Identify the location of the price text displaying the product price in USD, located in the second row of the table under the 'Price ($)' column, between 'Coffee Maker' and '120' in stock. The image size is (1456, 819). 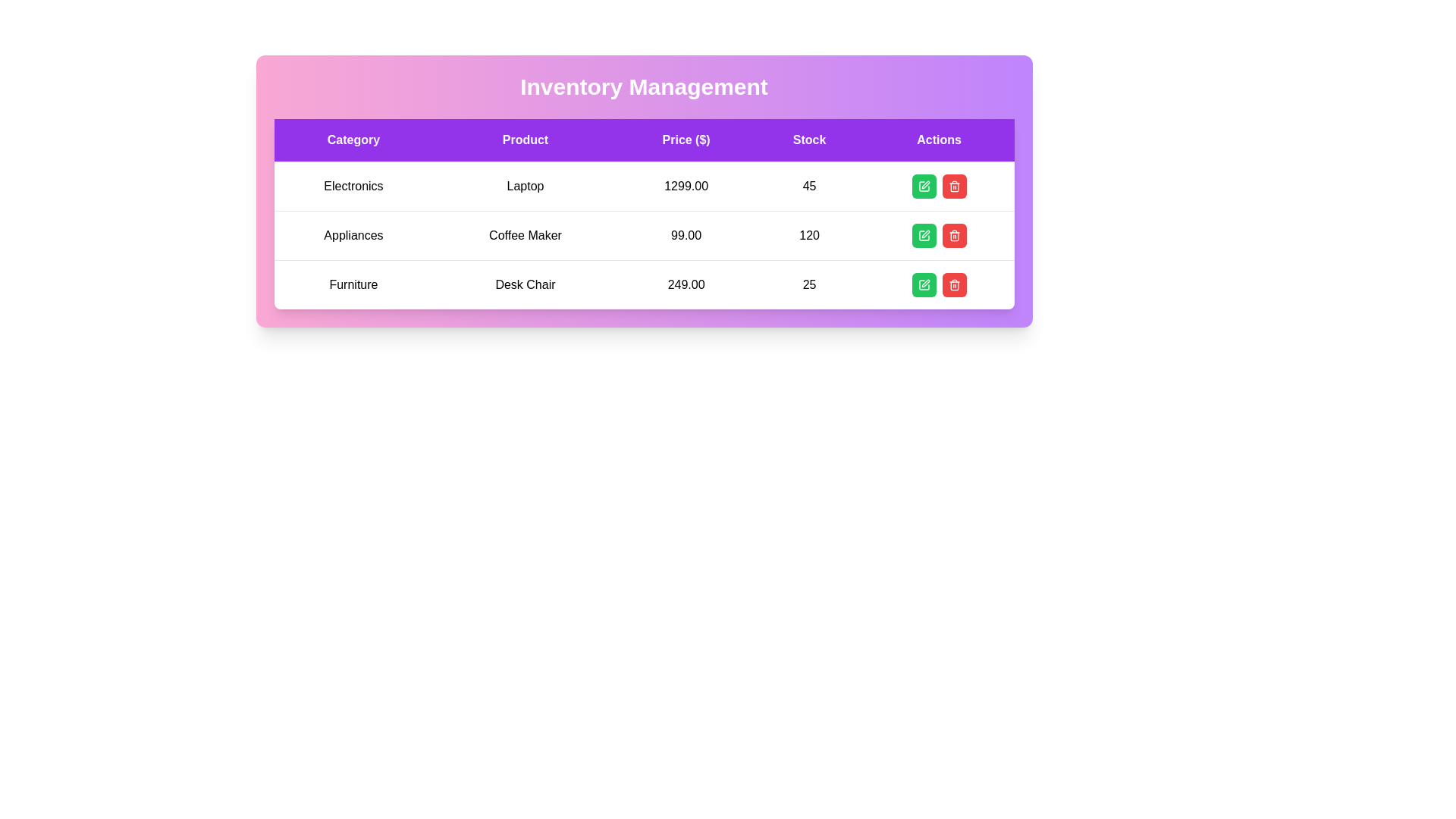
(686, 236).